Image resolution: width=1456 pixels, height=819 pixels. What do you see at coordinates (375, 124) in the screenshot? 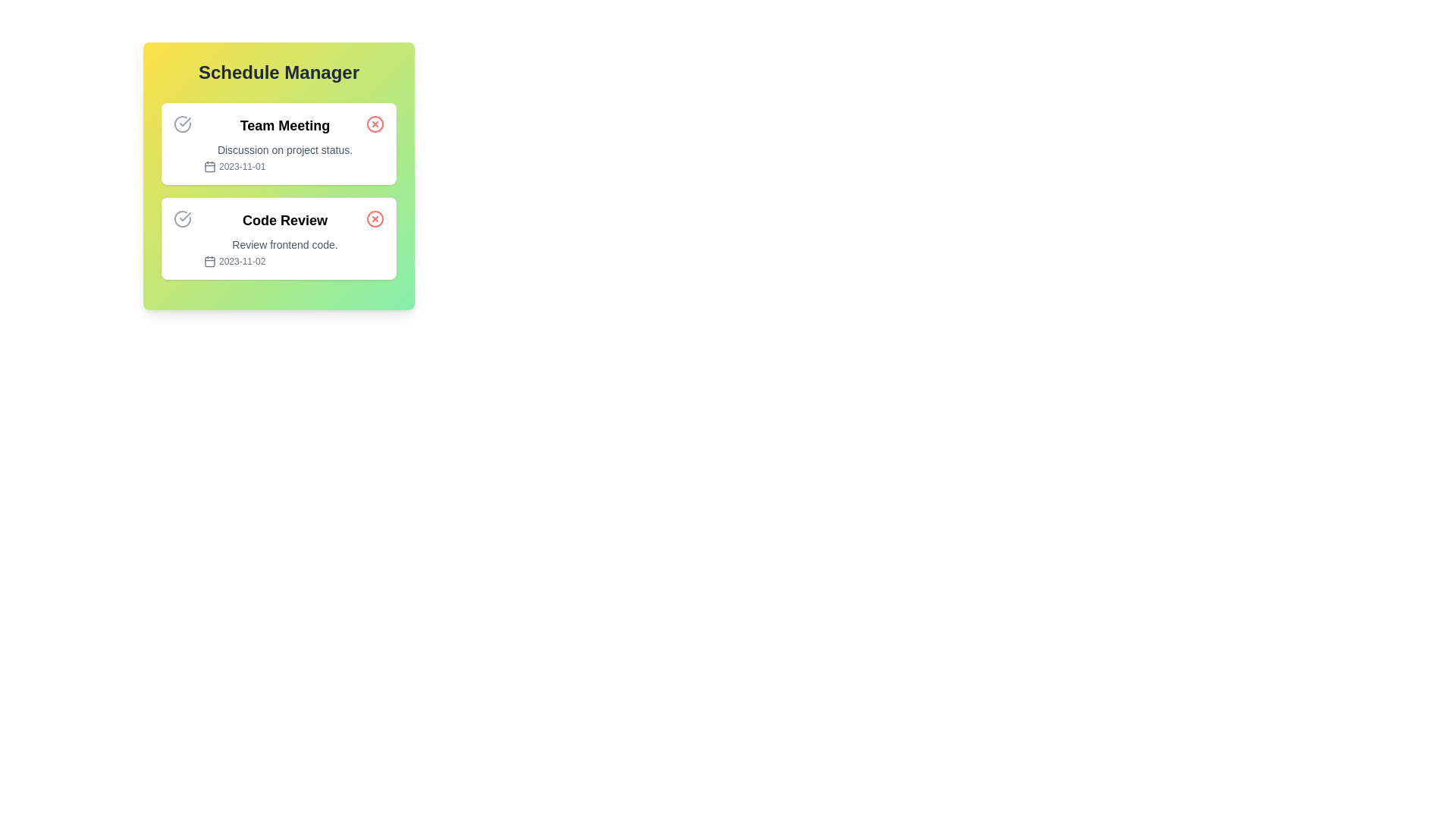
I see `the red circular button with an 'X' symbol inside it located at the top-right corner of the 'Team Meeting' card in the Schedule Manager interface to change its appearance` at bounding box center [375, 124].